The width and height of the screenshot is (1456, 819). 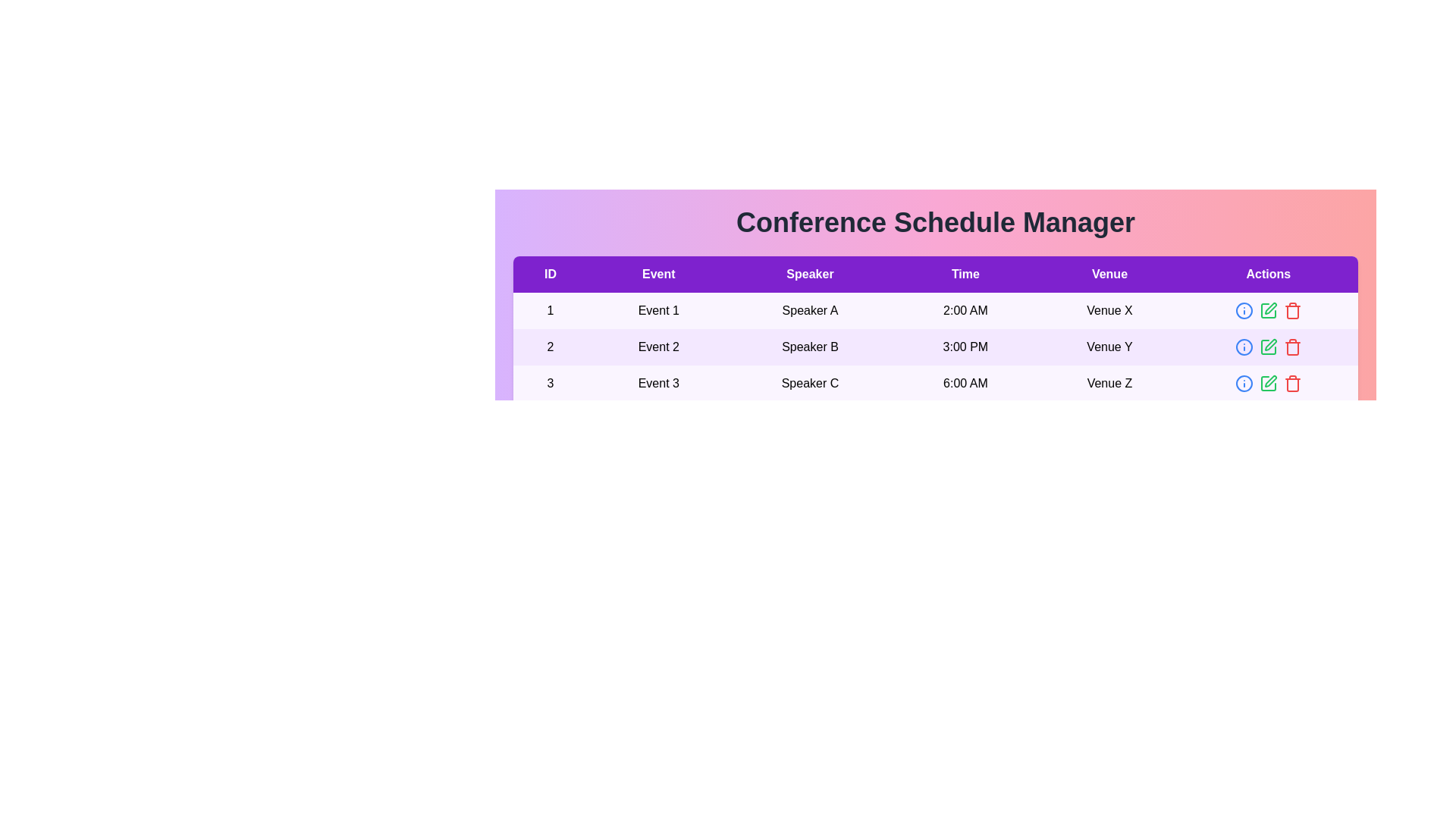 What do you see at coordinates (549, 275) in the screenshot?
I see `the column header to sort the table by ID` at bounding box center [549, 275].